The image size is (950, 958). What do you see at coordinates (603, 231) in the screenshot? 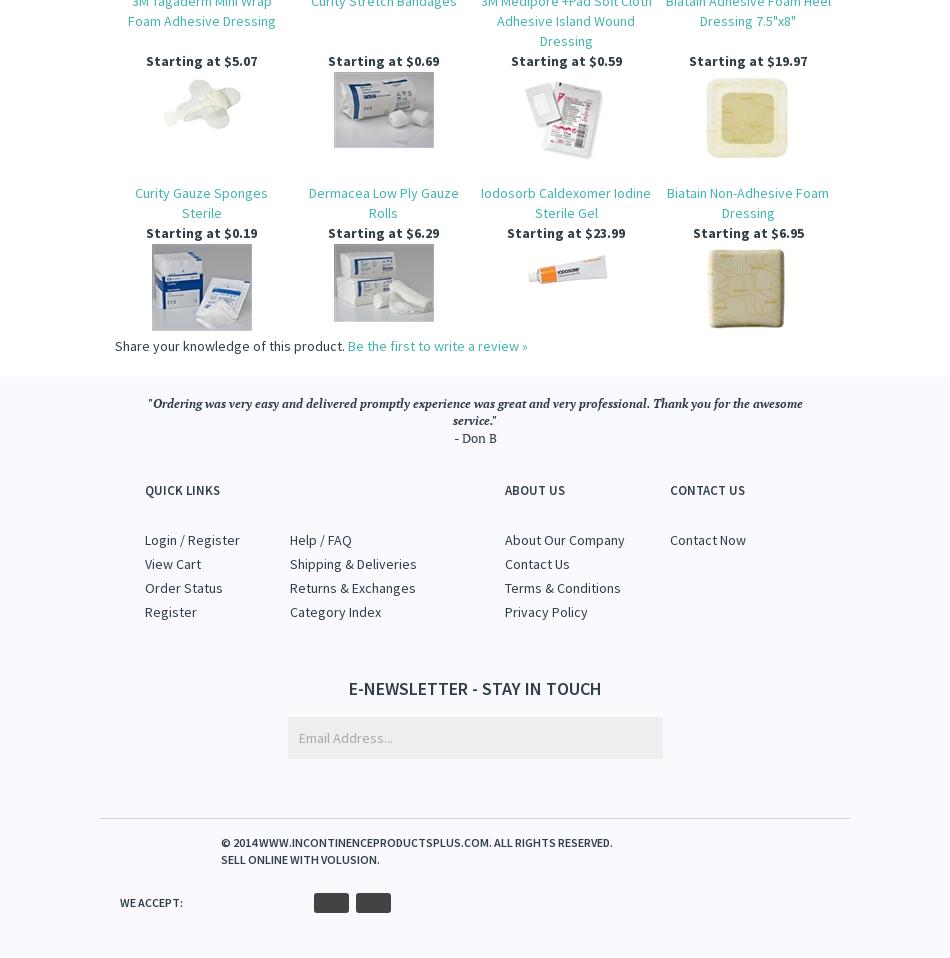
I see `'$23.99'` at bounding box center [603, 231].